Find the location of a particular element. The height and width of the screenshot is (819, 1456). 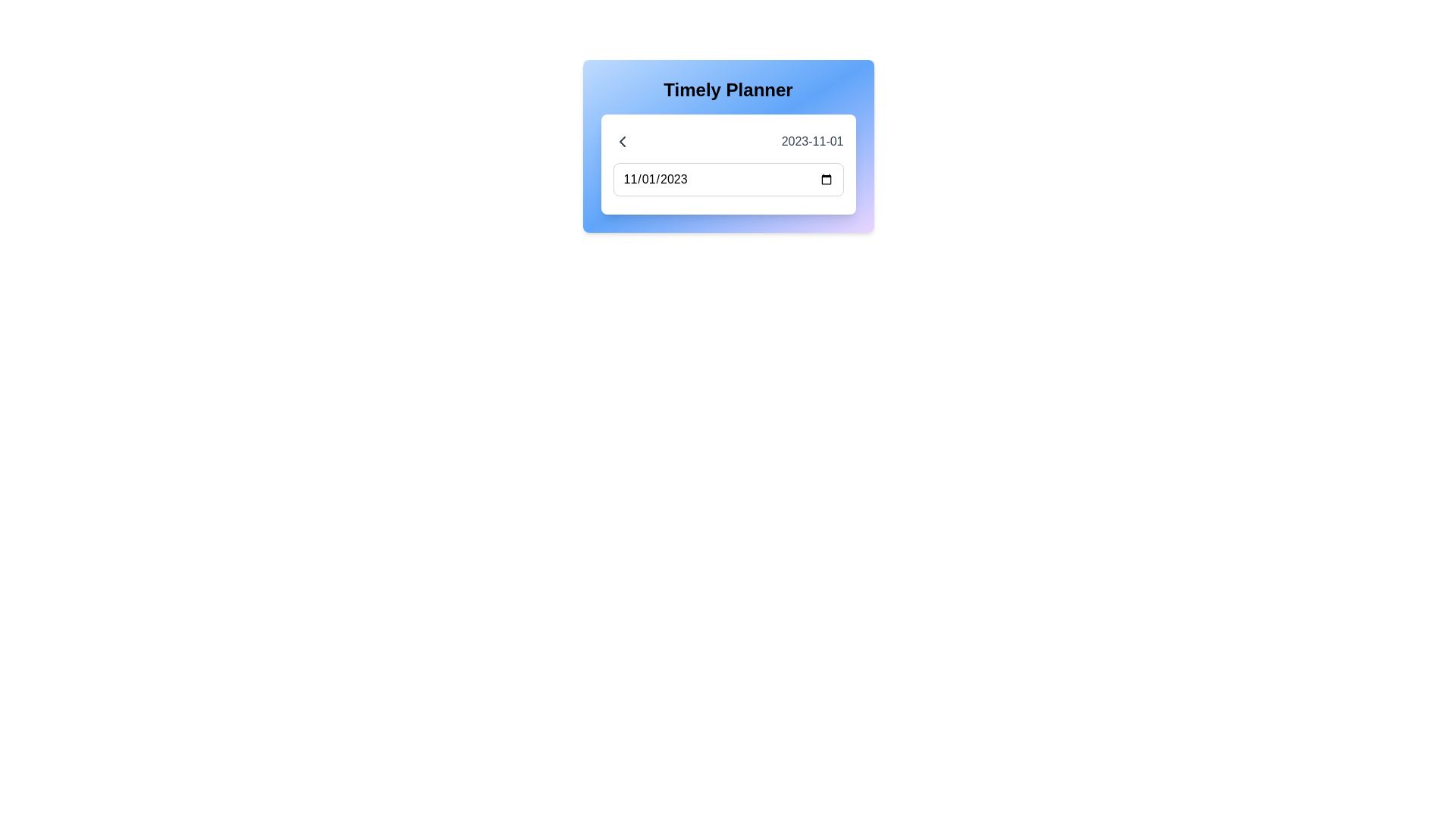

the SVG graphic chevron pointing left is located at coordinates (622, 141).